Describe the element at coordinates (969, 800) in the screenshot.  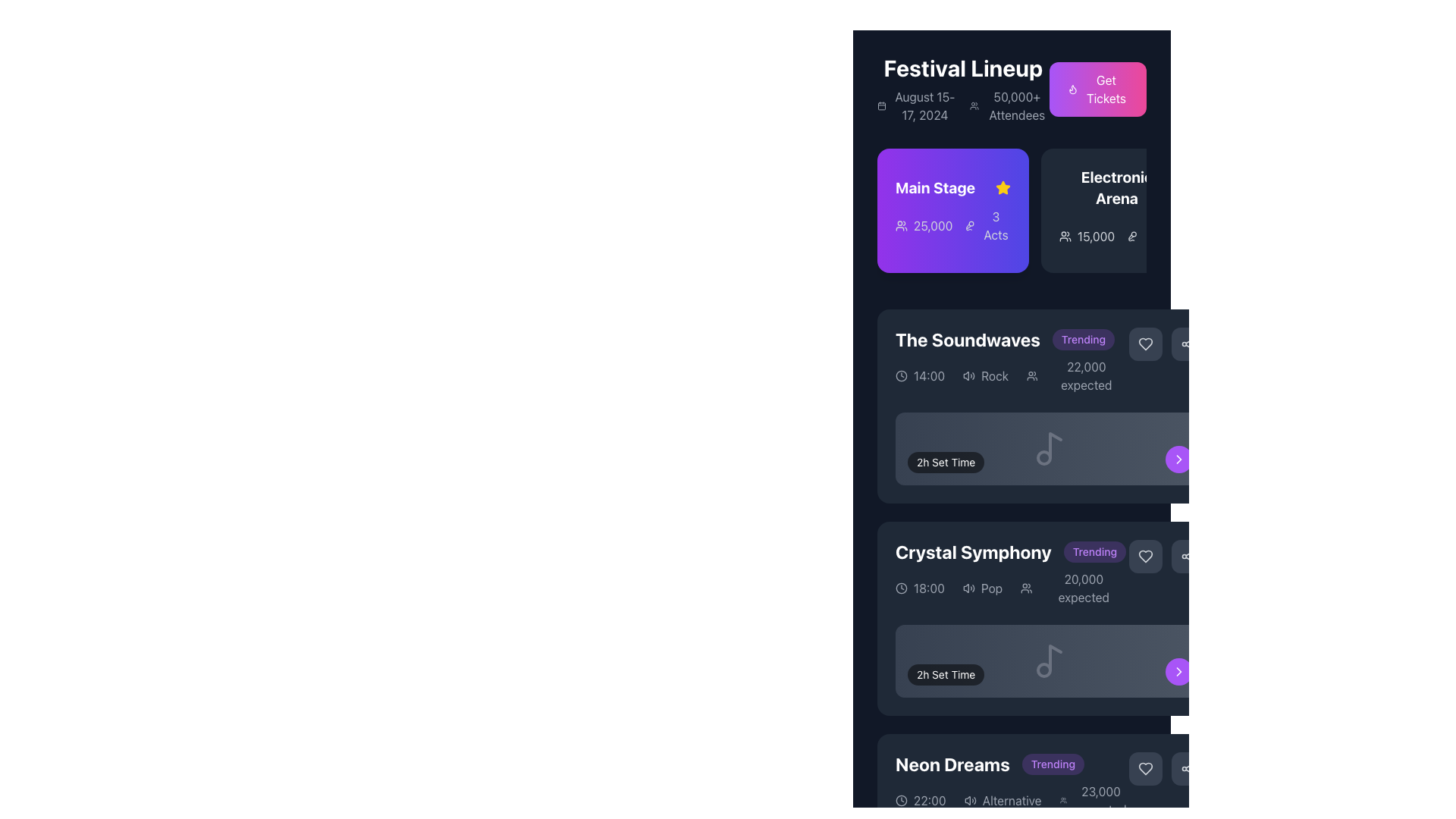
I see `the speaker icon that emits sound waves, which is located to the left of the text 'Alternative' in the 'Neon Dreams' event entry` at that location.